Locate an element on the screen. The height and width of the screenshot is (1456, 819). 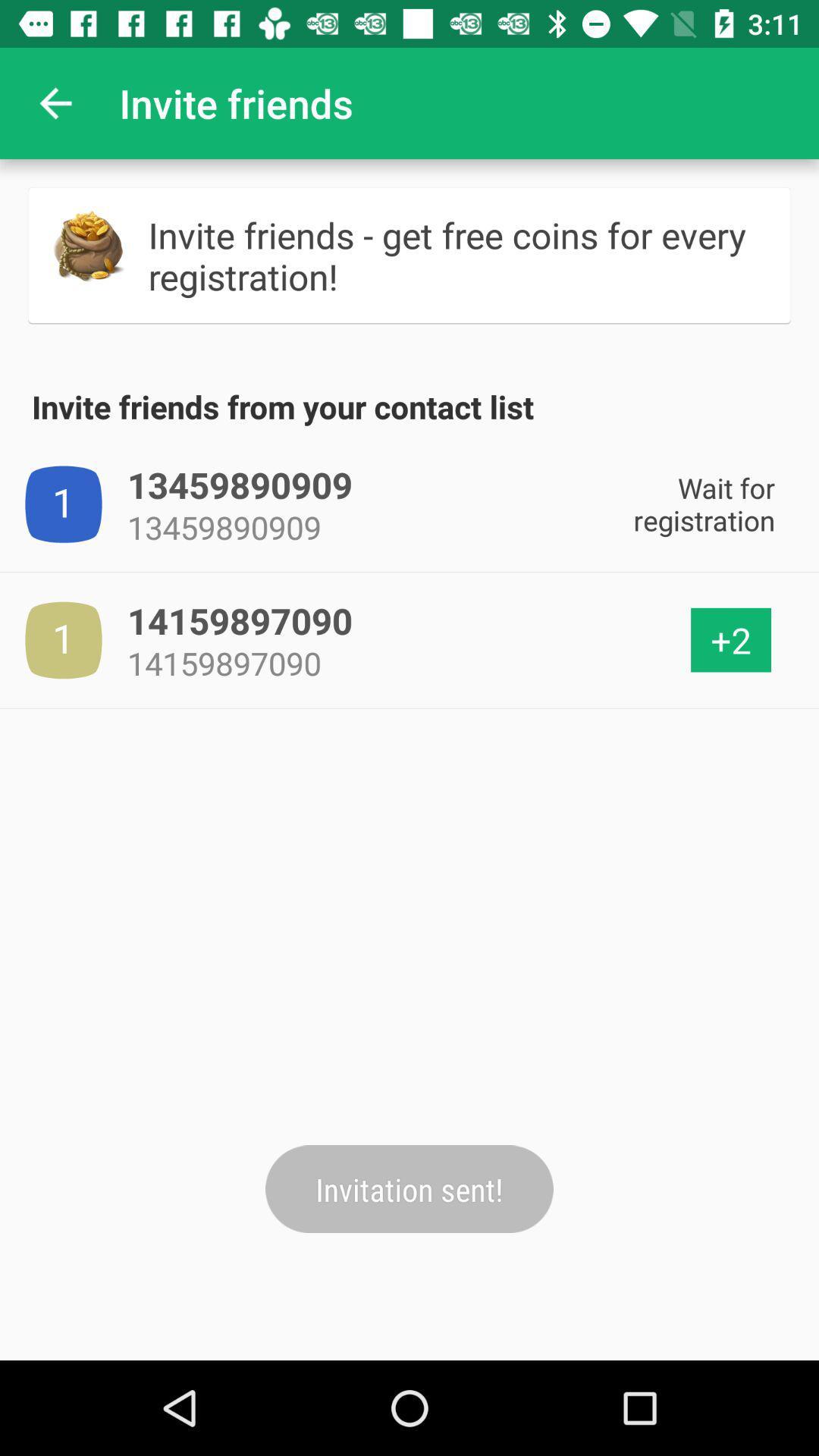
app next to invite friends is located at coordinates (55, 102).